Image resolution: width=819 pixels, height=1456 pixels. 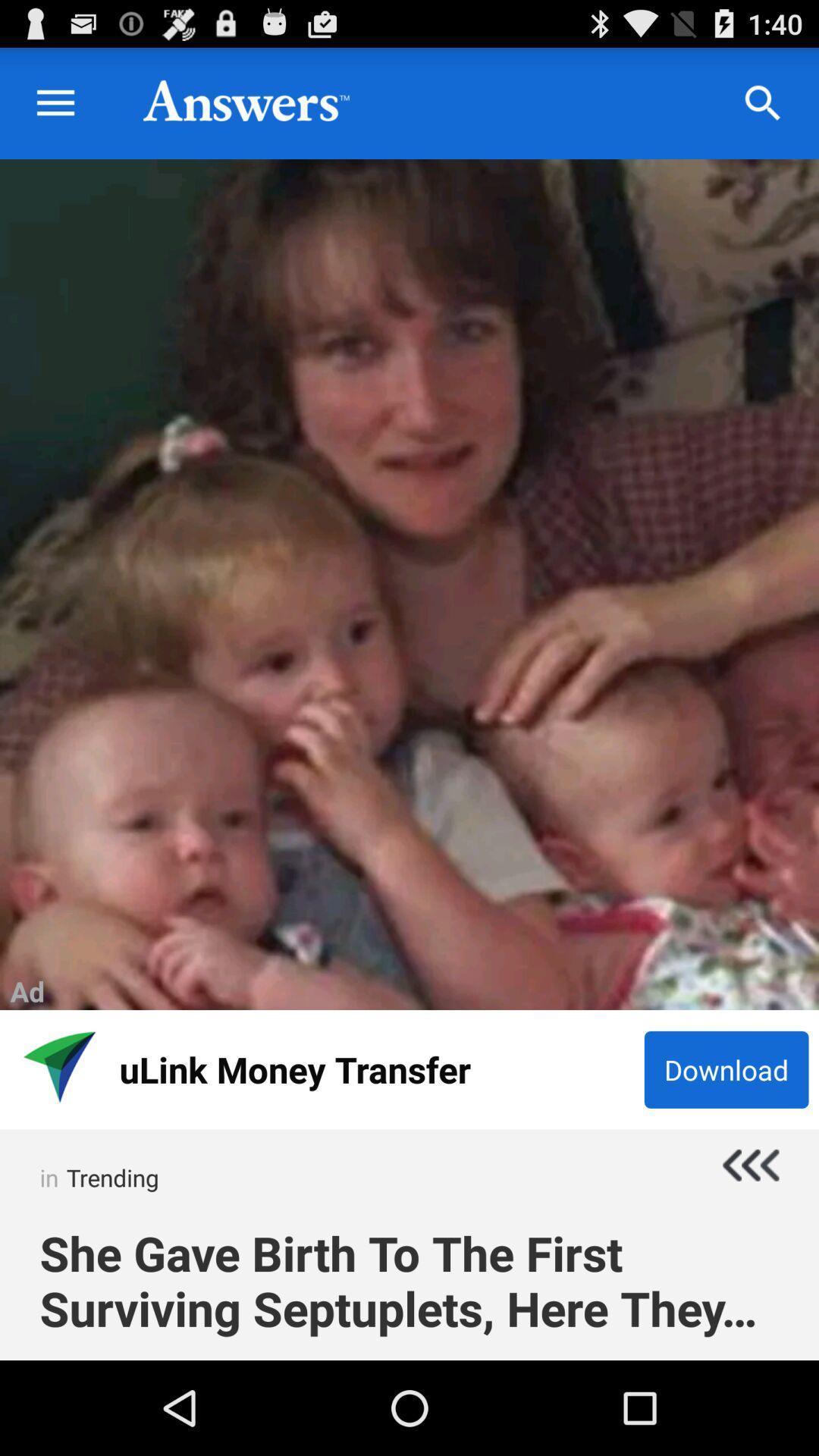 I want to click on the search icon which is on the top right corner of the page, so click(x=763, y=102).